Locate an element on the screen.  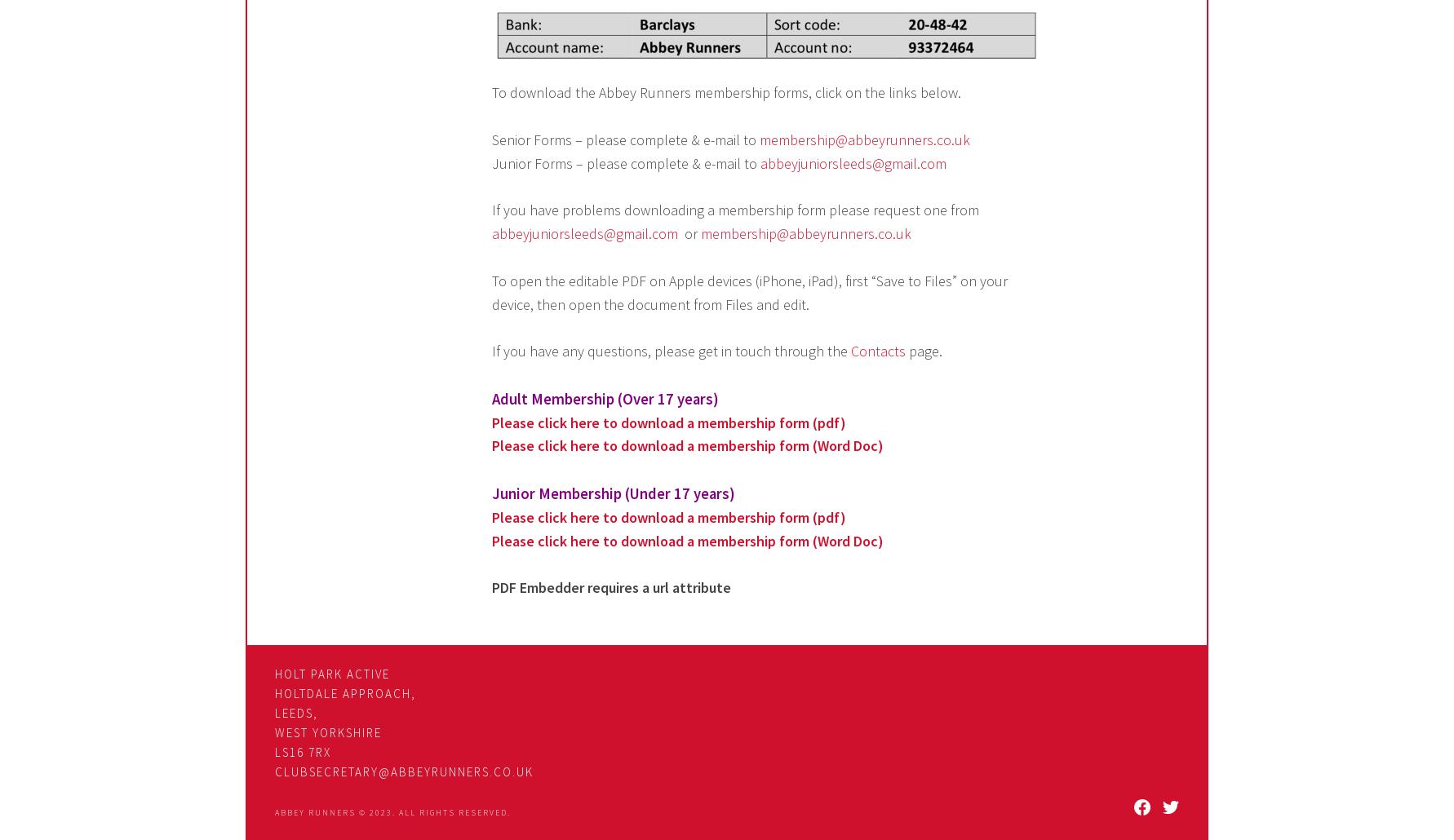
'LS16 7RX' is located at coordinates (303, 751).